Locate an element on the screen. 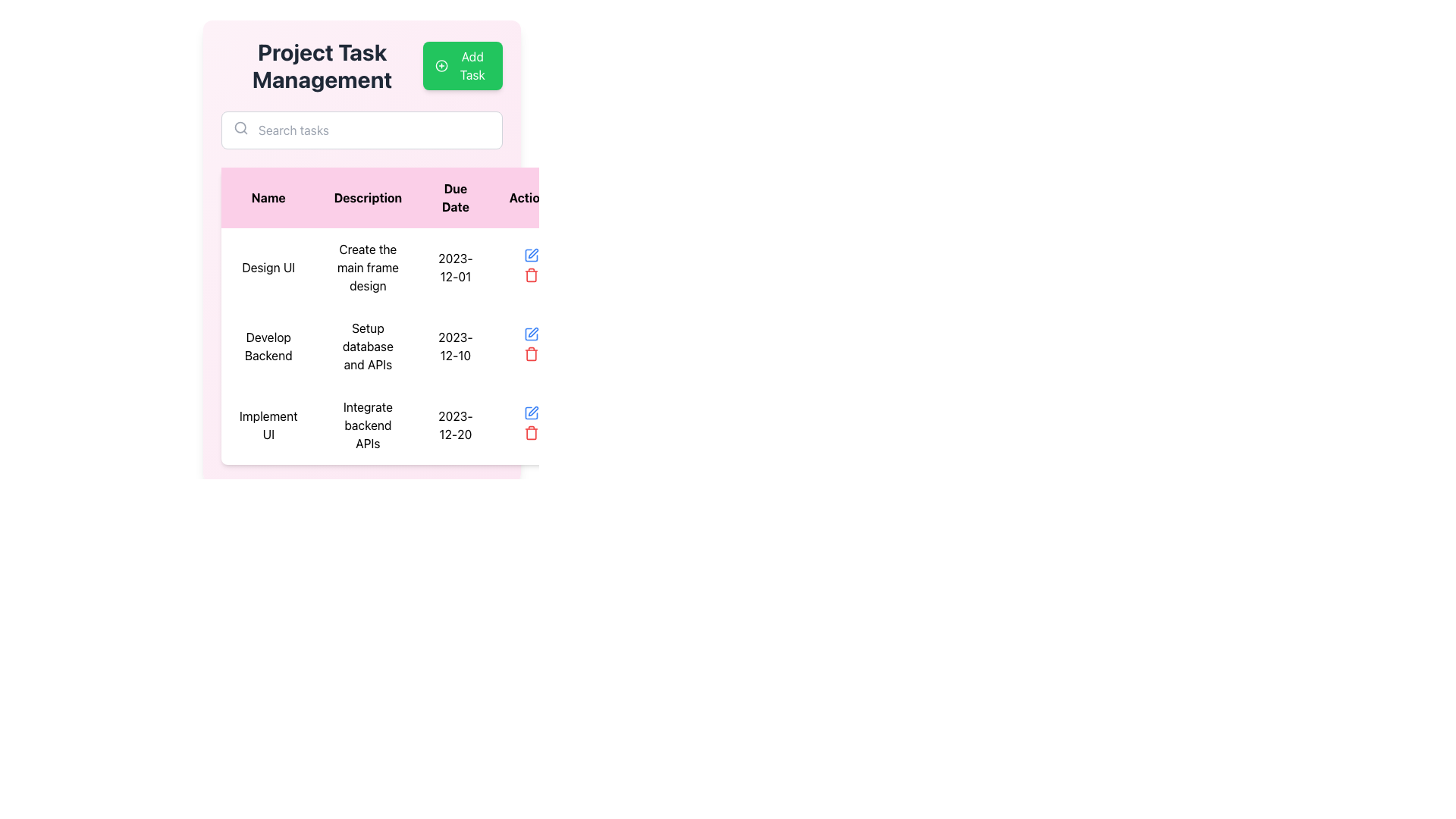  the trash icon in the 'Actions' column of the table, which is the second icon in the action section of the first row for the 'Design UI' task is located at coordinates (531, 275).